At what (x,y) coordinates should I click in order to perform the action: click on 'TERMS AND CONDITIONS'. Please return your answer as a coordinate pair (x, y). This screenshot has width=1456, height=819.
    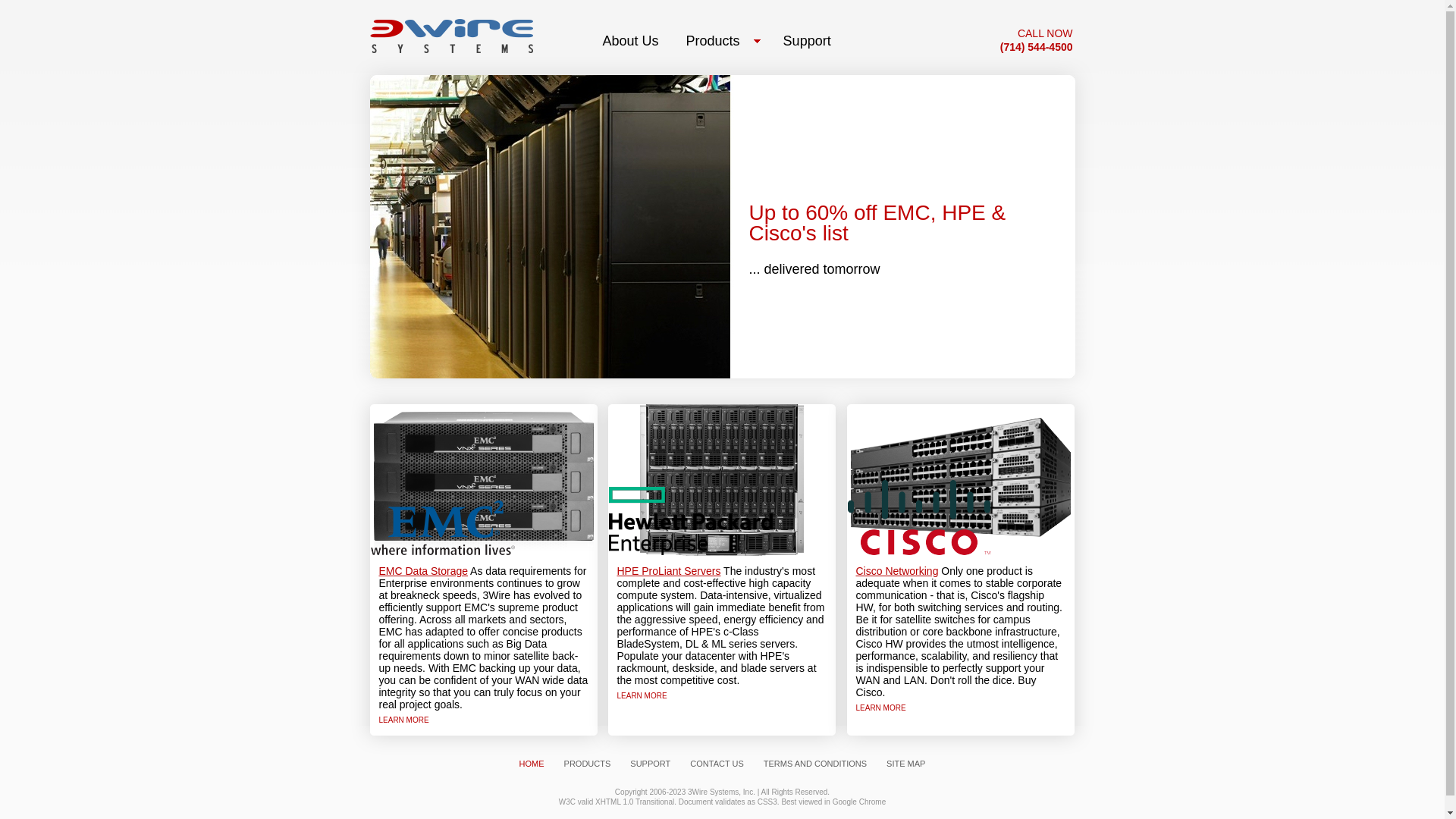
    Looking at the image, I should click on (814, 763).